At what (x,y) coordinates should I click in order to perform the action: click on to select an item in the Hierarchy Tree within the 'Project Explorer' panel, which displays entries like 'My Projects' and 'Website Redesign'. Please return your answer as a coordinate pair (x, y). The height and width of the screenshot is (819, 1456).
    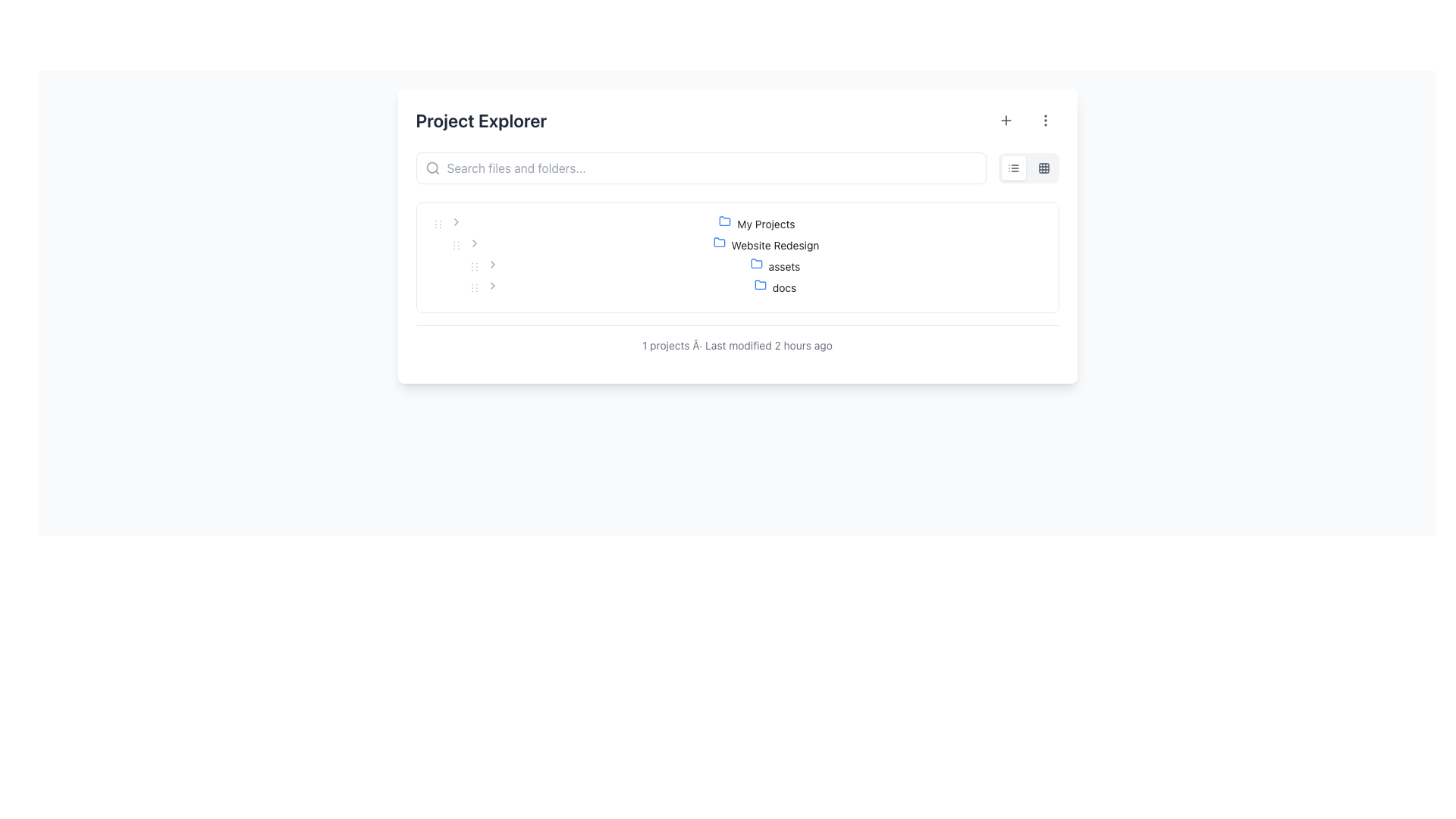
    Looking at the image, I should click on (737, 256).